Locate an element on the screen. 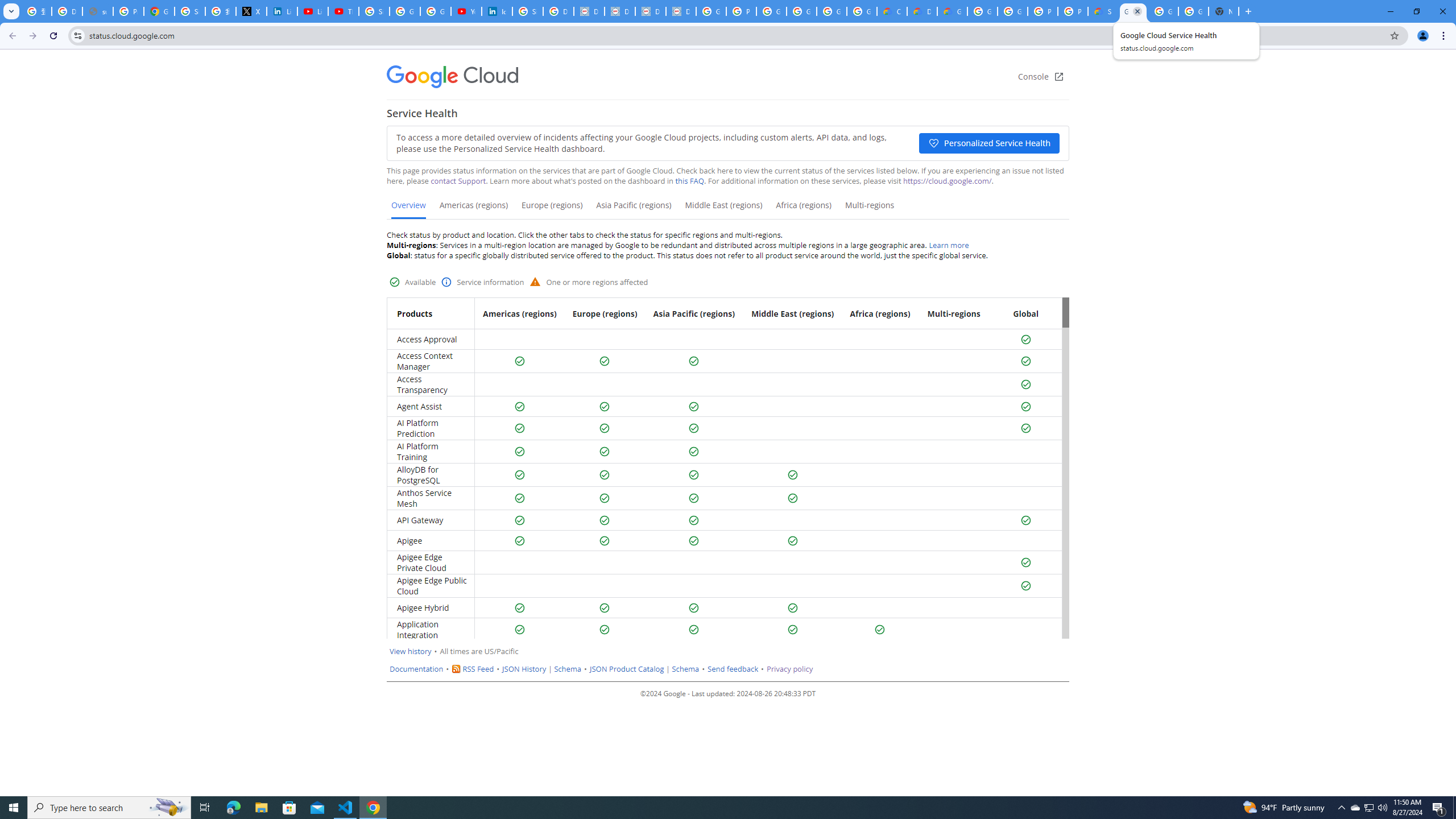 The image size is (1456, 819). 'Middle East (regions)' is located at coordinates (723, 209).